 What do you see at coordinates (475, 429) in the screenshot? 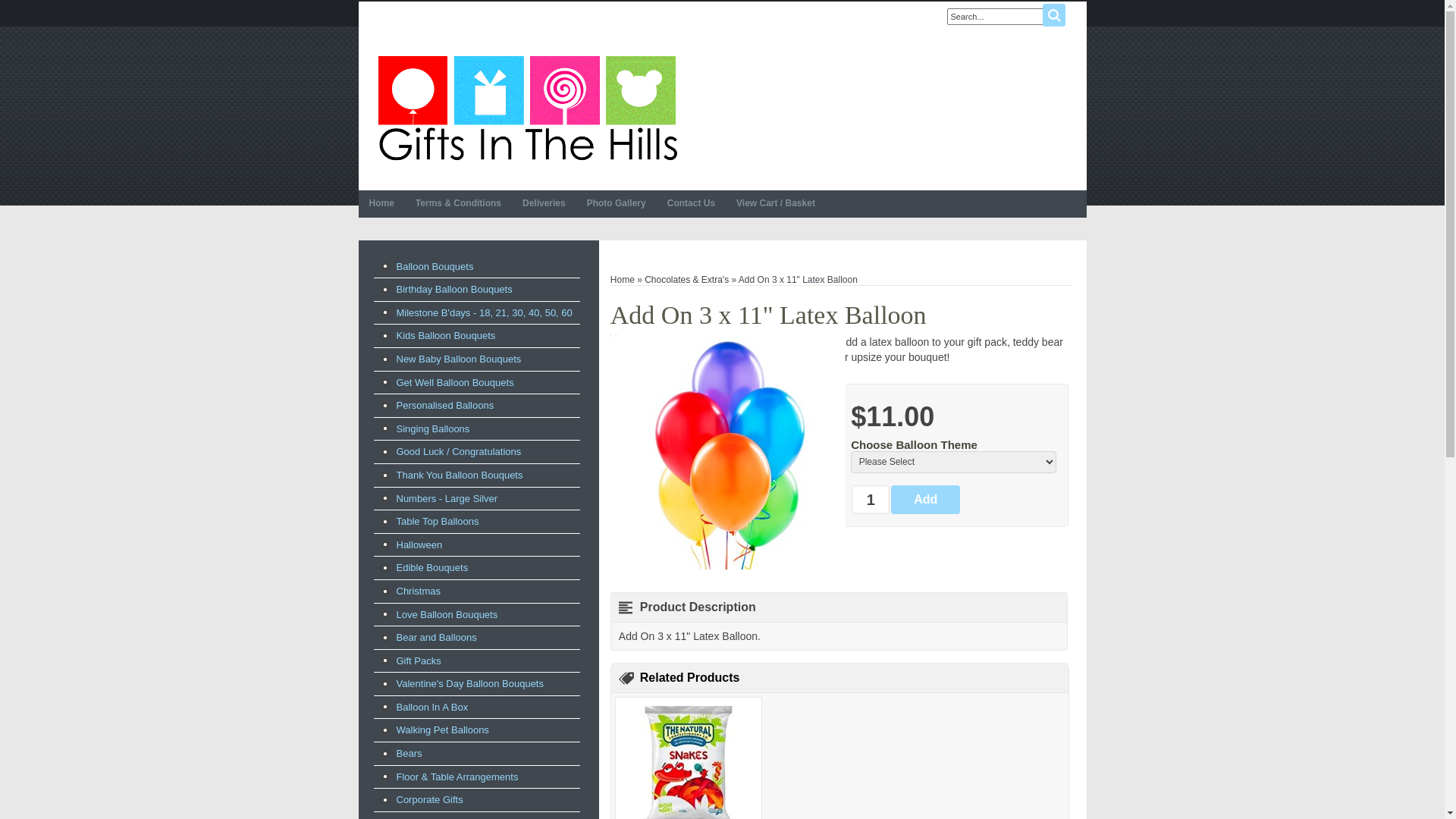
I see `'Singing Balloons'` at bounding box center [475, 429].